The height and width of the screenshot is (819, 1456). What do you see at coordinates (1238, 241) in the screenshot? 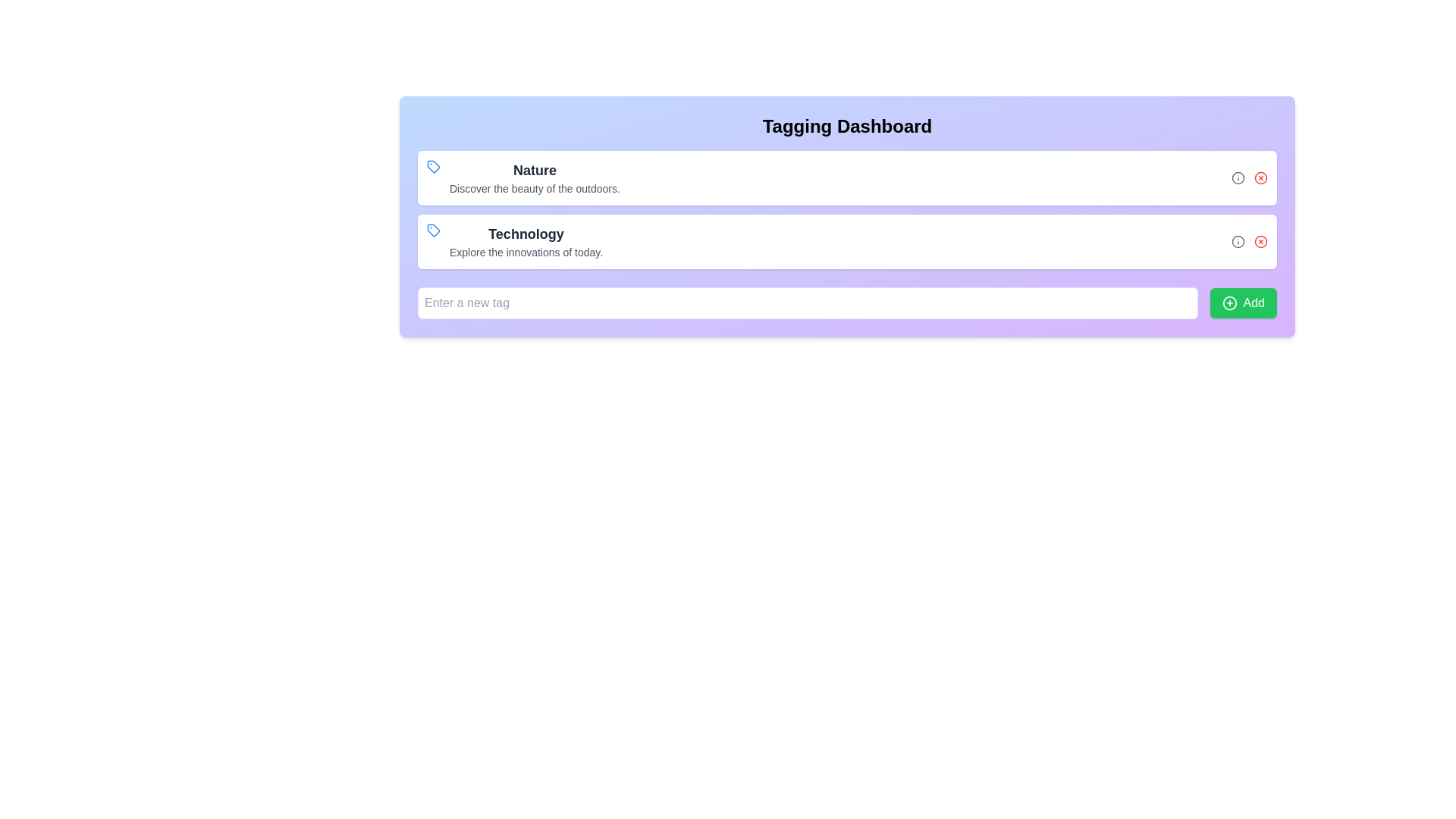
I see `the SVG Circle located in the second row under the 'Technology' label, which denotes an interactive or informative operation in the associated list item` at bounding box center [1238, 241].